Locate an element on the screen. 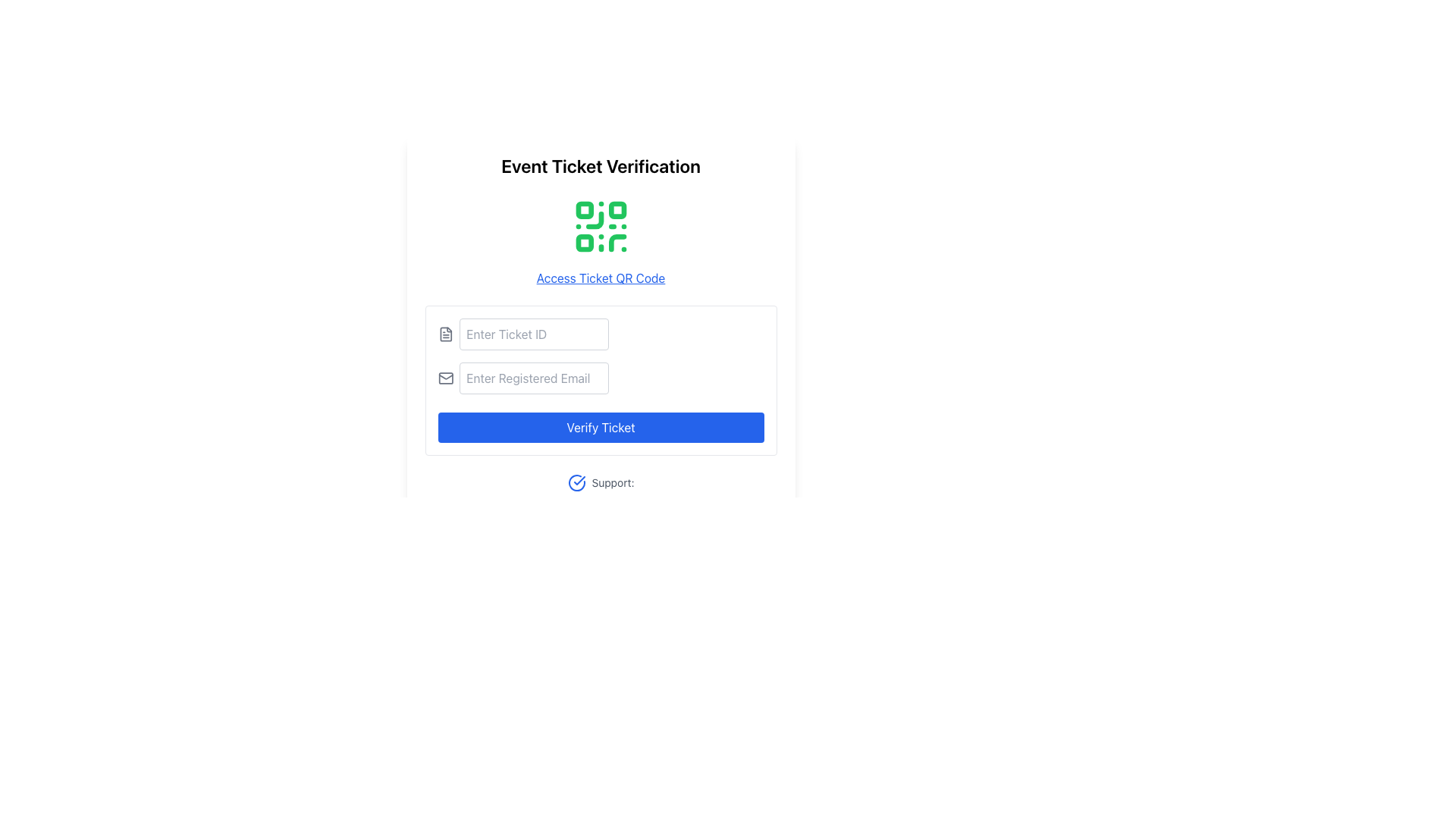  the status verification icon located to the left of the 'Support:' text at the center-bottom of the interface is located at coordinates (576, 482).